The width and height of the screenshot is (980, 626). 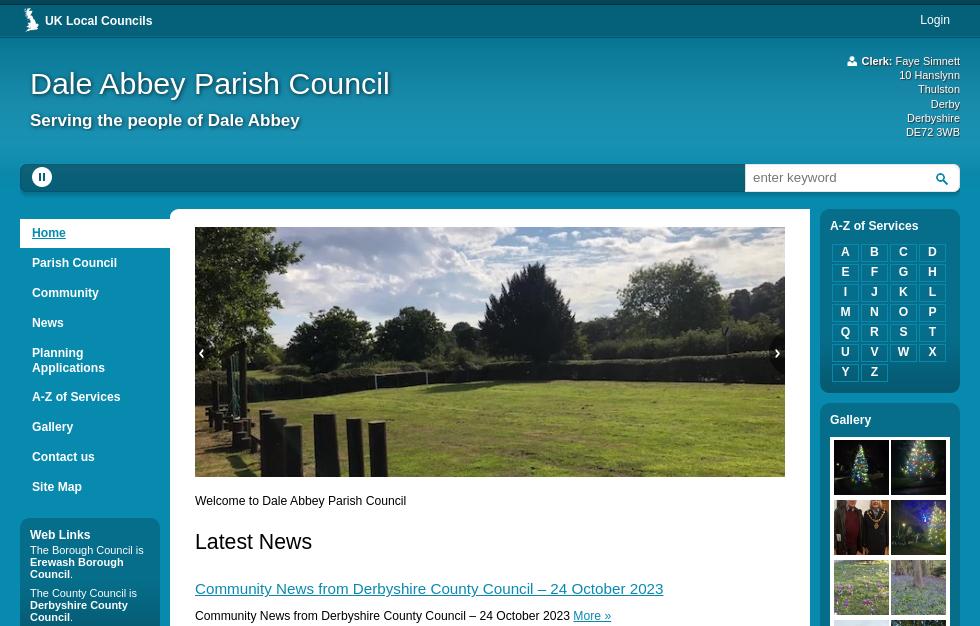 What do you see at coordinates (209, 82) in the screenshot?
I see `'Dale Abbey Parish Council'` at bounding box center [209, 82].